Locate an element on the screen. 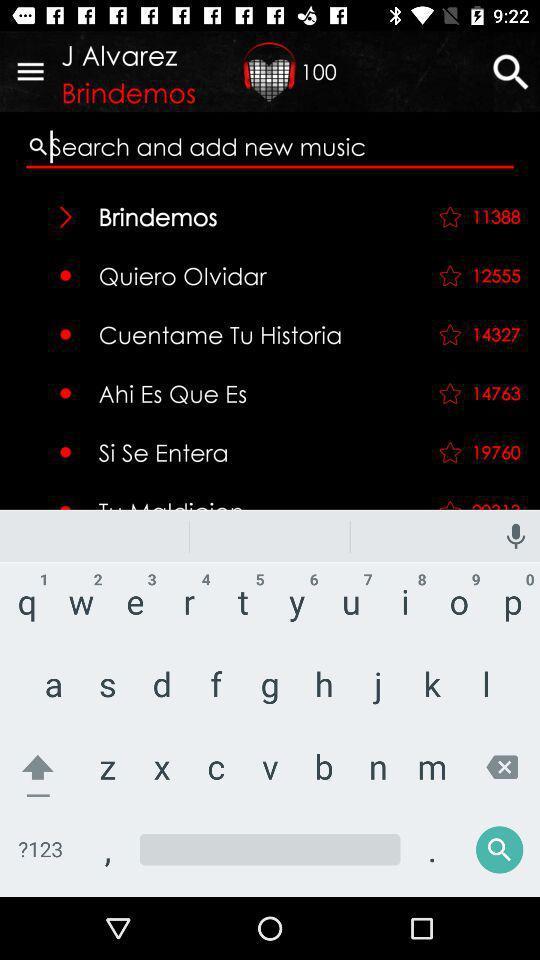 This screenshot has height=960, width=540. the search icon is located at coordinates (510, 71).